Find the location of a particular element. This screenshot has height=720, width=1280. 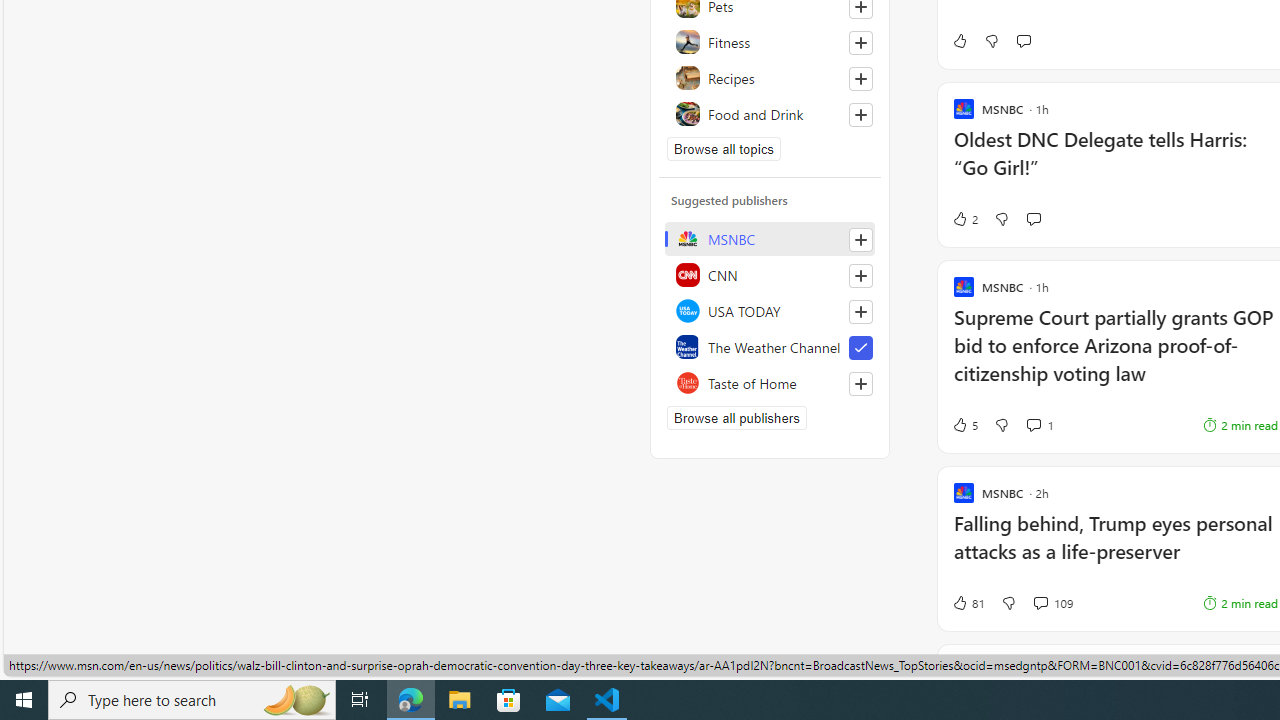

'The Weather Channel' is located at coordinates (769, 346).